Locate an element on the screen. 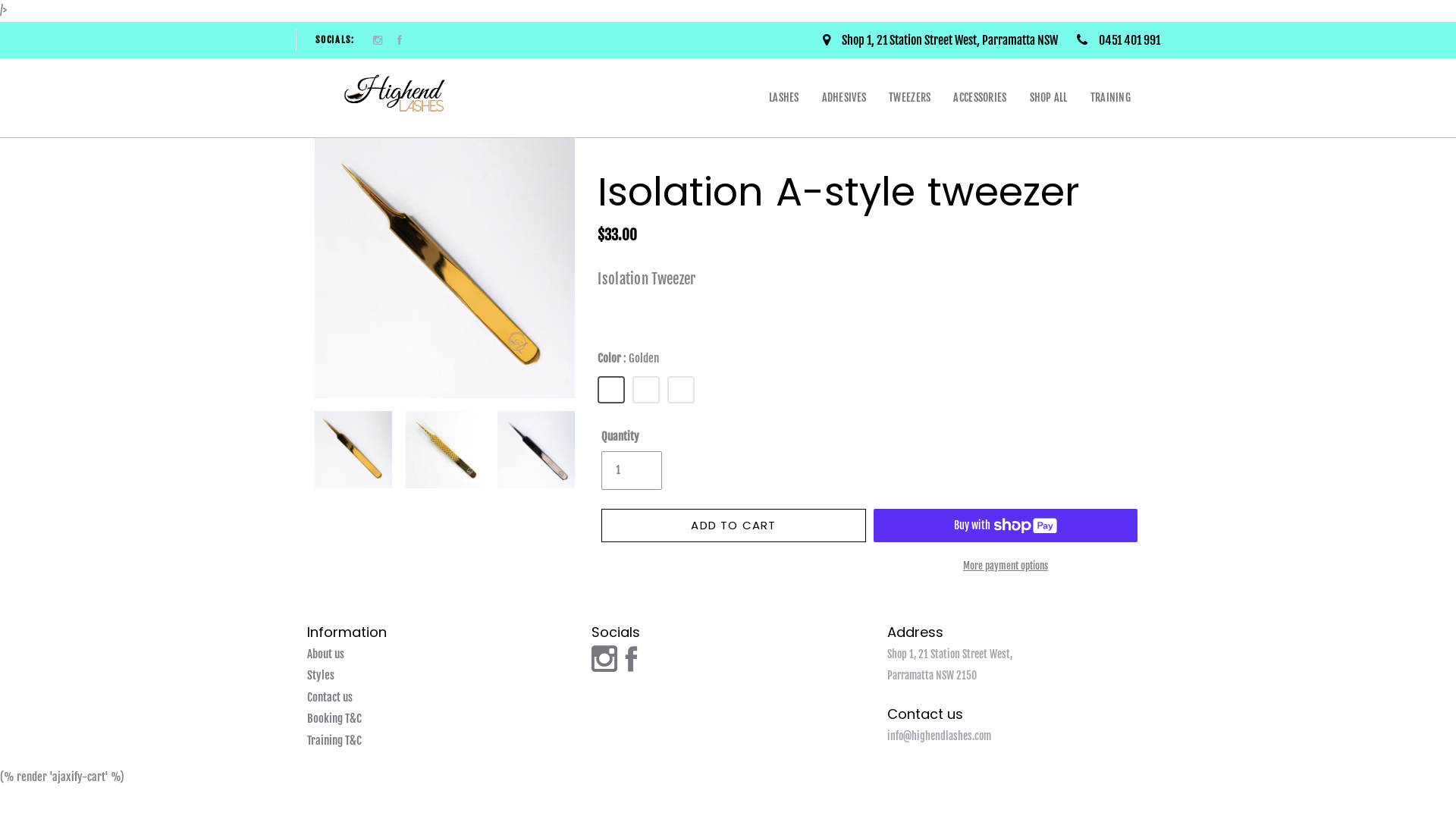 The width and height of the screenshot is (1456, 819). 'LASHES' is located at coordinates (783, 97).